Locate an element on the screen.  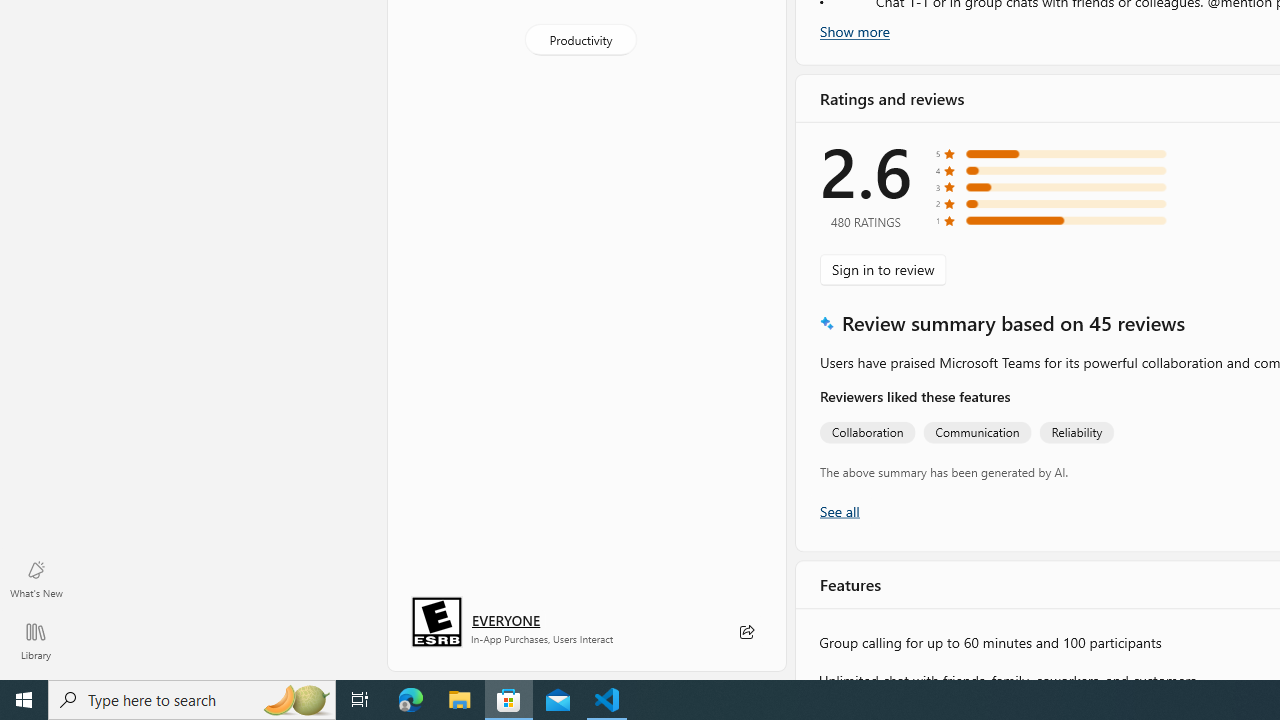
'Show more' is located at coordinates (855, 31).